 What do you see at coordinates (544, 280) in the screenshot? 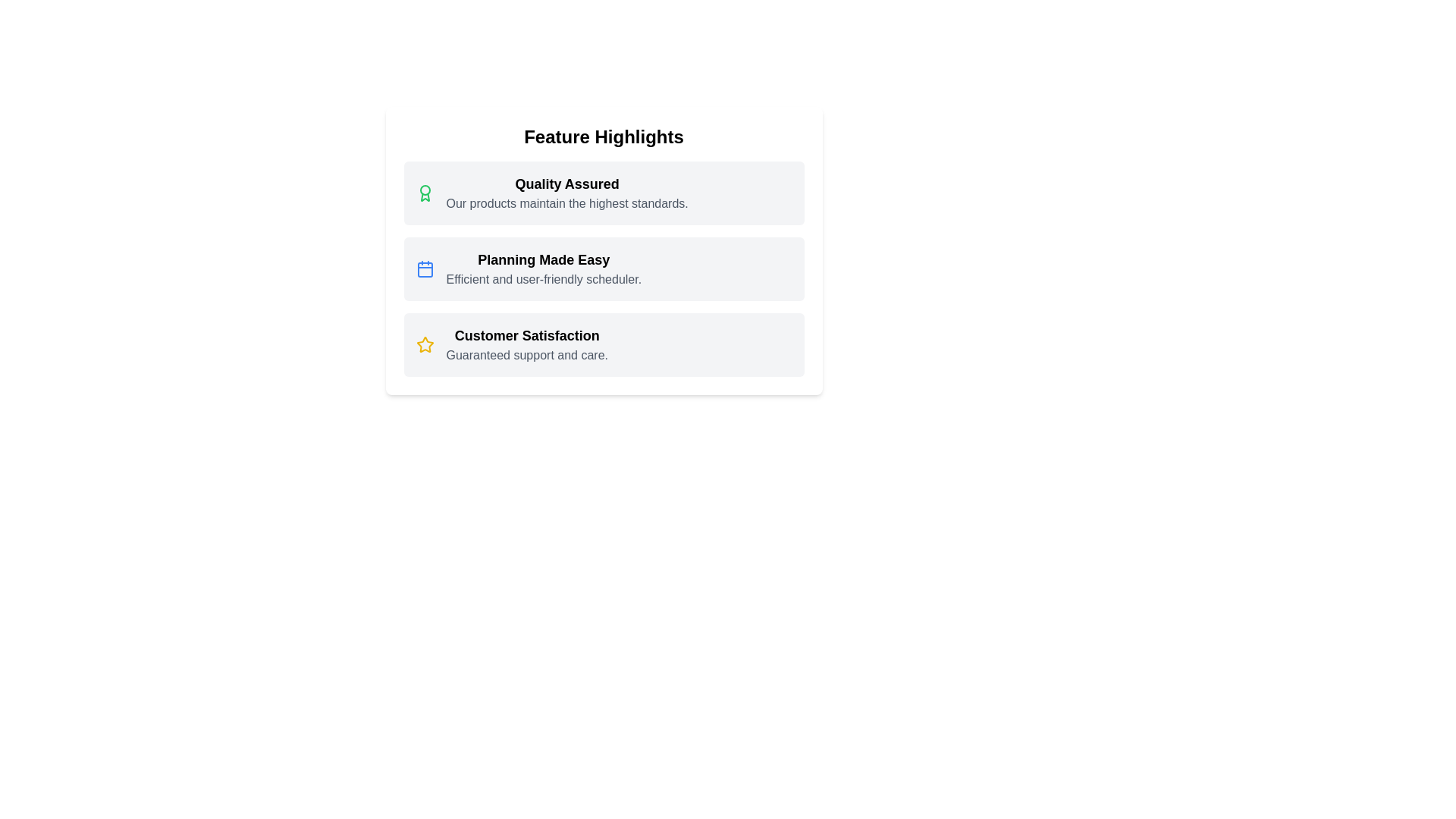
I see `descriptive text located below the heading 'Planning Made Easy' in the 'Feature Highlights' section, which provides additional context for the feature` at bounding box center [544, 280].